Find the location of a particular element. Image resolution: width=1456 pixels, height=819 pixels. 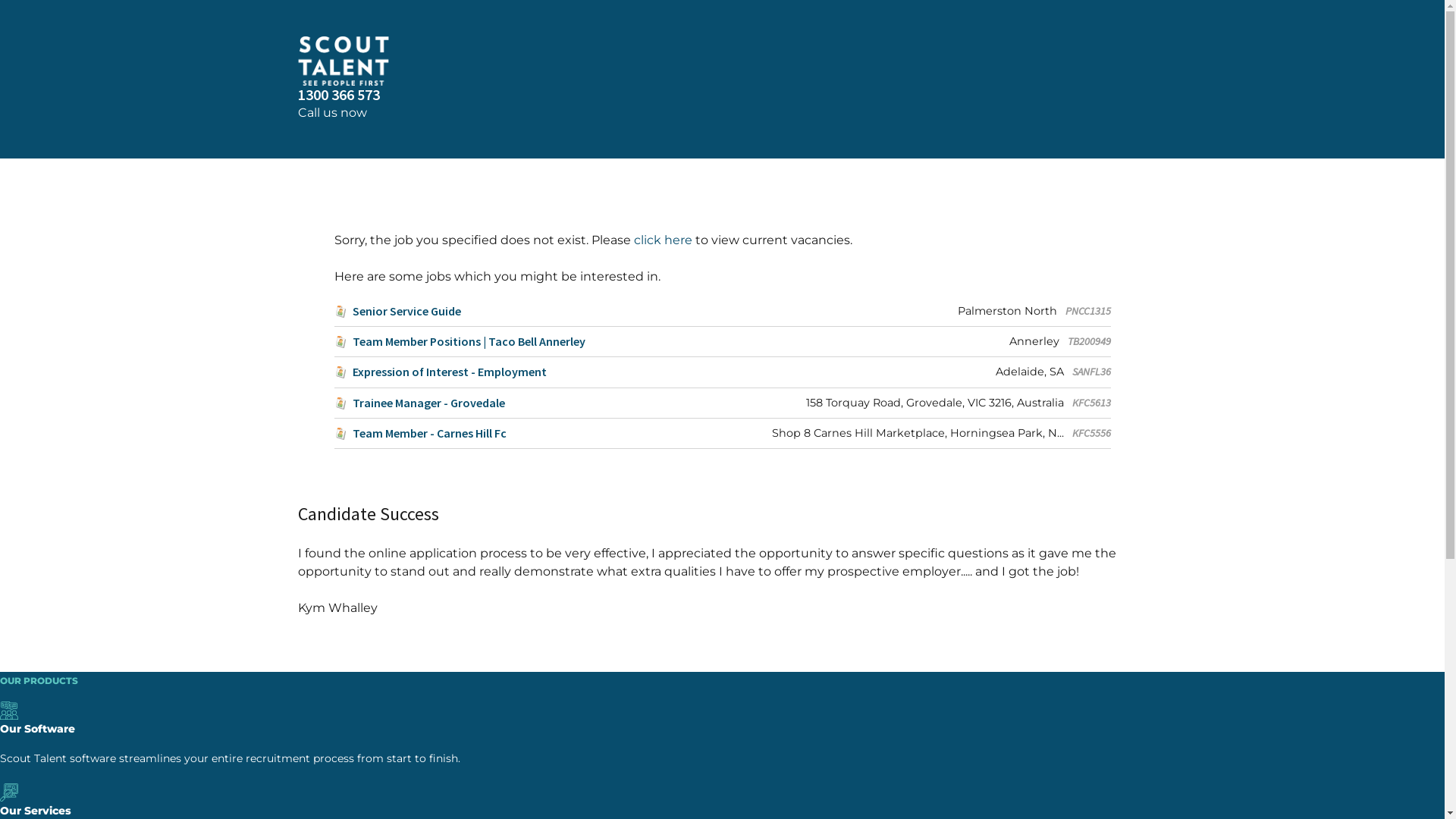

'Team Member Positions | Taco Bell Annerley' is located at coordinates (458, 341).